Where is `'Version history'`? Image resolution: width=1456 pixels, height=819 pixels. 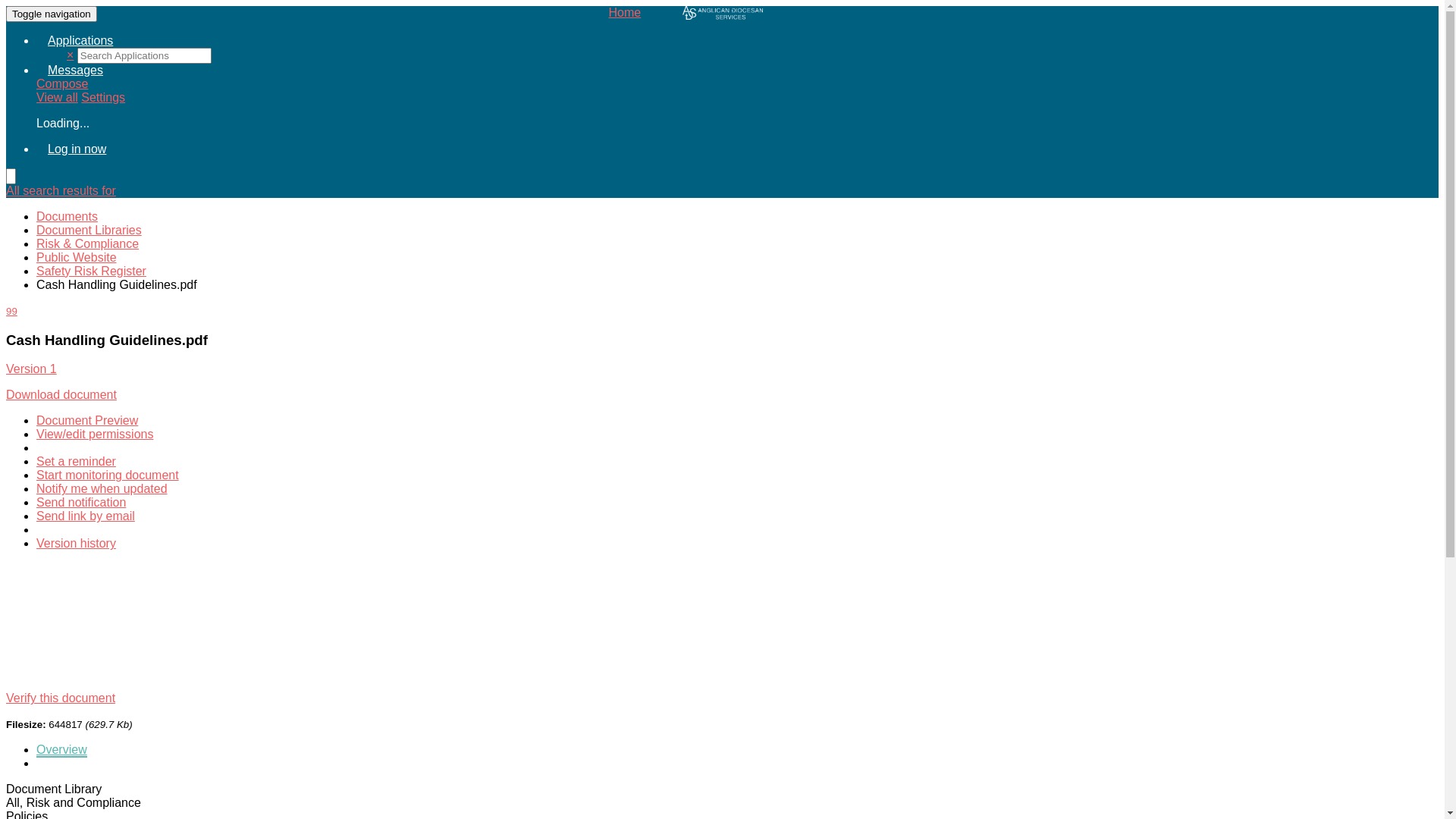
'Version history' is located at coordinates (75, 542).